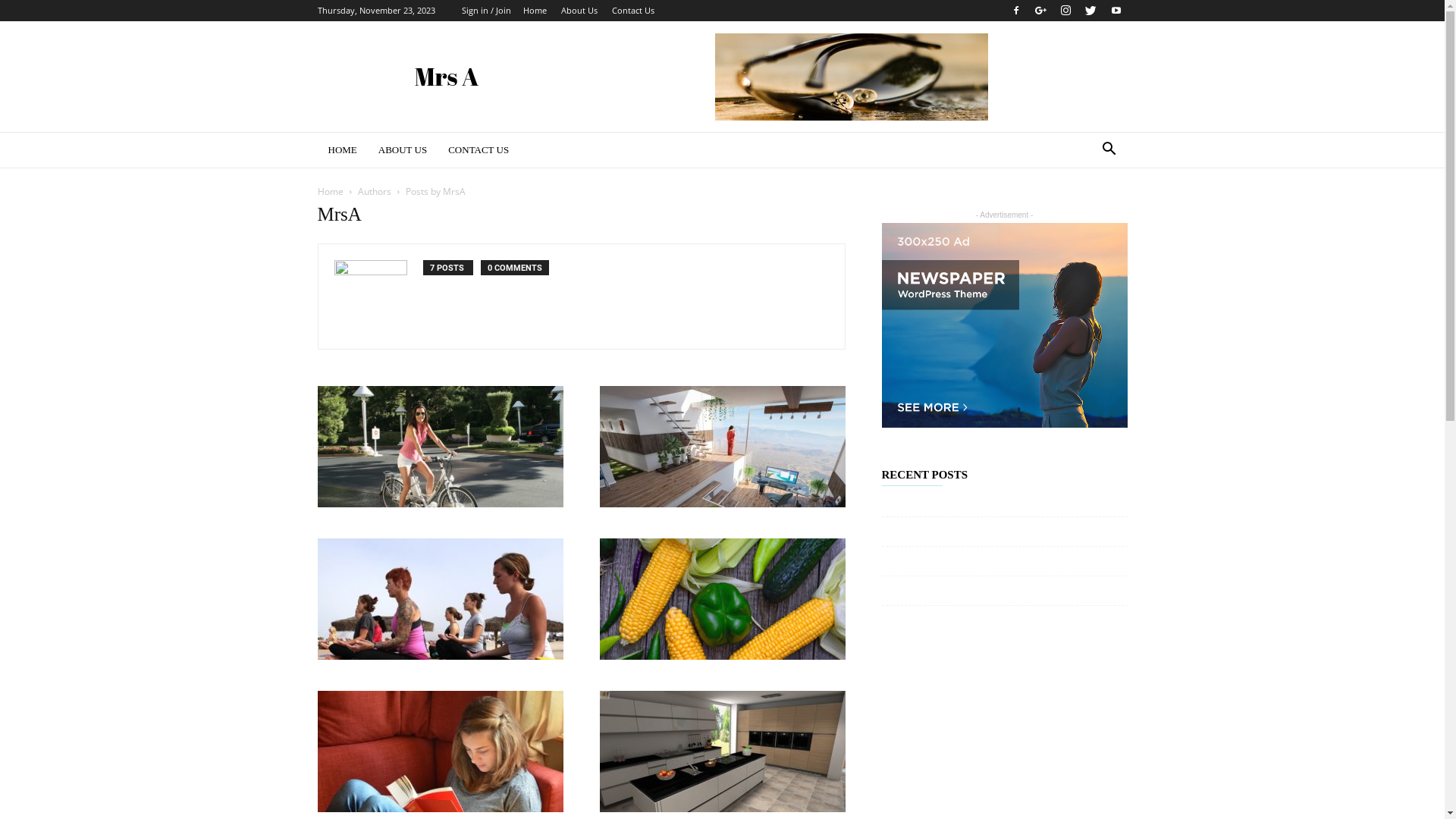 The image size is (1456, 819). What do you see at coordinates (1115, 11) in the screenshot?
I see `'Youtube'` at bounding box center [1115, 11].